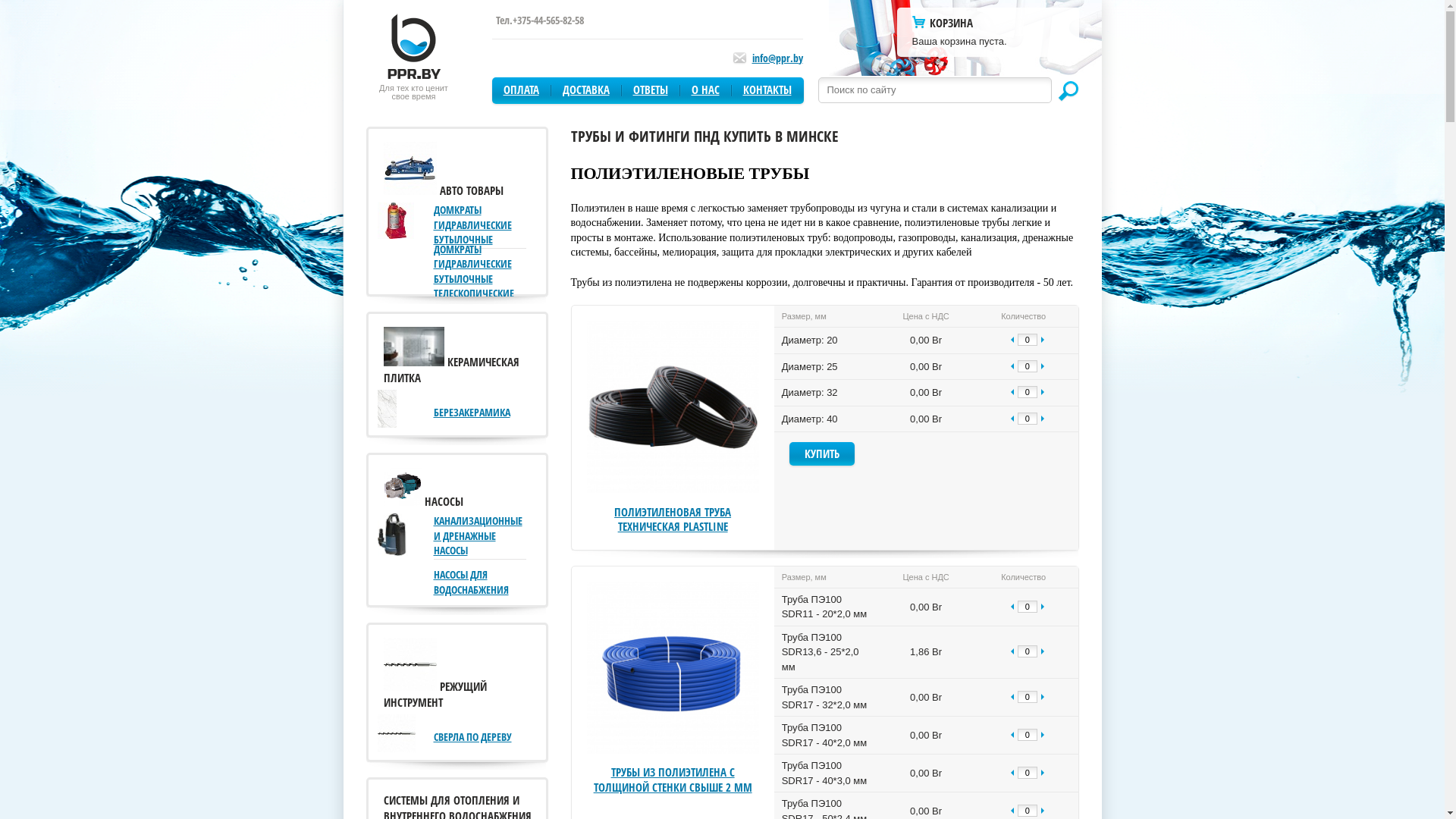  I want to click on '+', so click(1041, 773).